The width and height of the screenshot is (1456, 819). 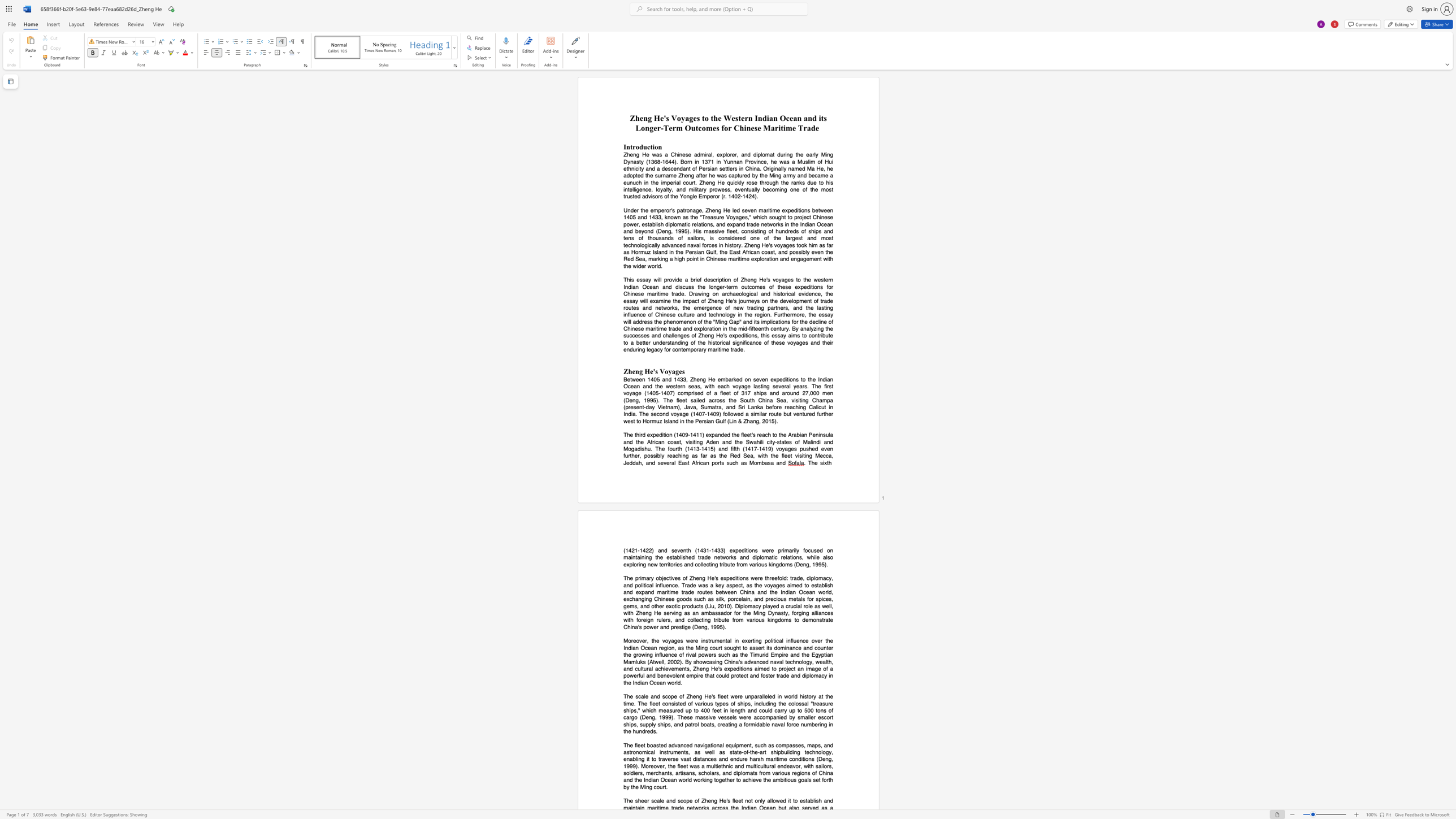 What do you see at coordinates (710, 585) in the screenshot?
I see `the subset text "a key aspect, as the voyages a" within the text "of Zheng He"` at bounding box center [710, 585].